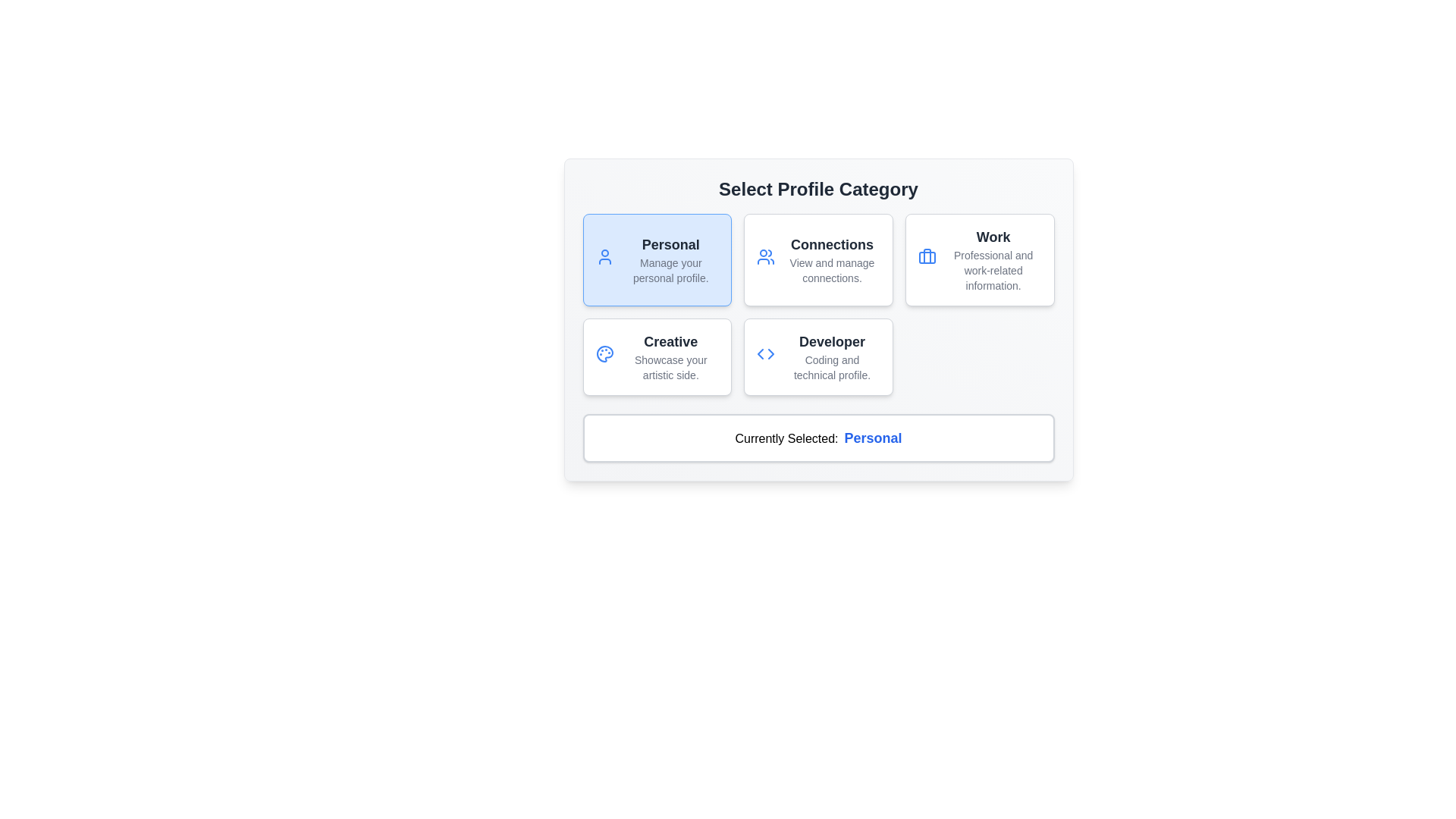 Image resolution: width=1456 pixels, height=819 pixels. What do you see at coordinates (657, 259) in the screenshot?
I see `the 'Personal' profile management Information Card located at the top-left corner of the grid layout` at bounding box center [657, 259].